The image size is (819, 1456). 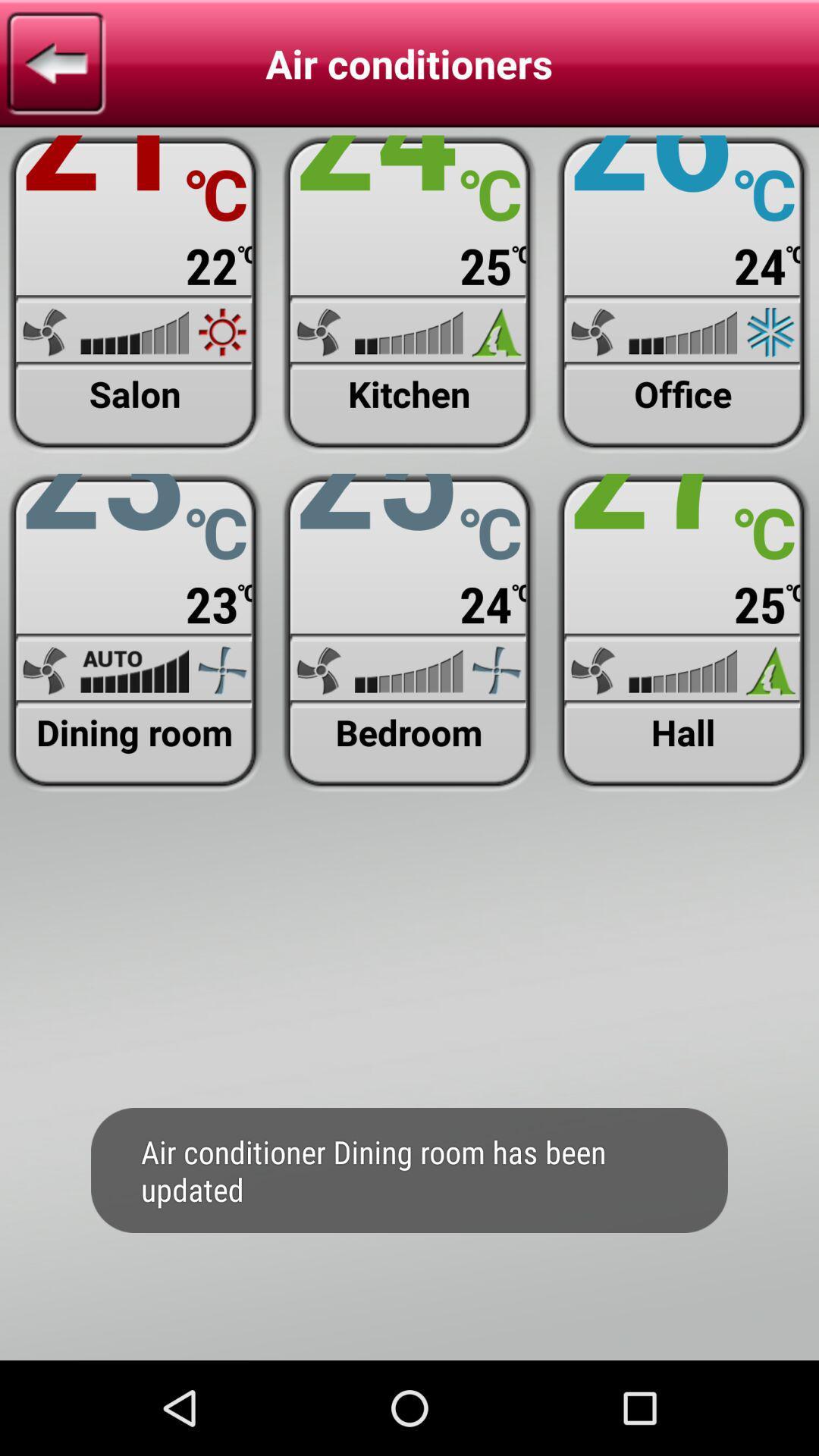 What do you see at coordinates (683, 632) in the screenshot?
I see `air condtioning adjustment for hallway` at bounding box center [683, 632].